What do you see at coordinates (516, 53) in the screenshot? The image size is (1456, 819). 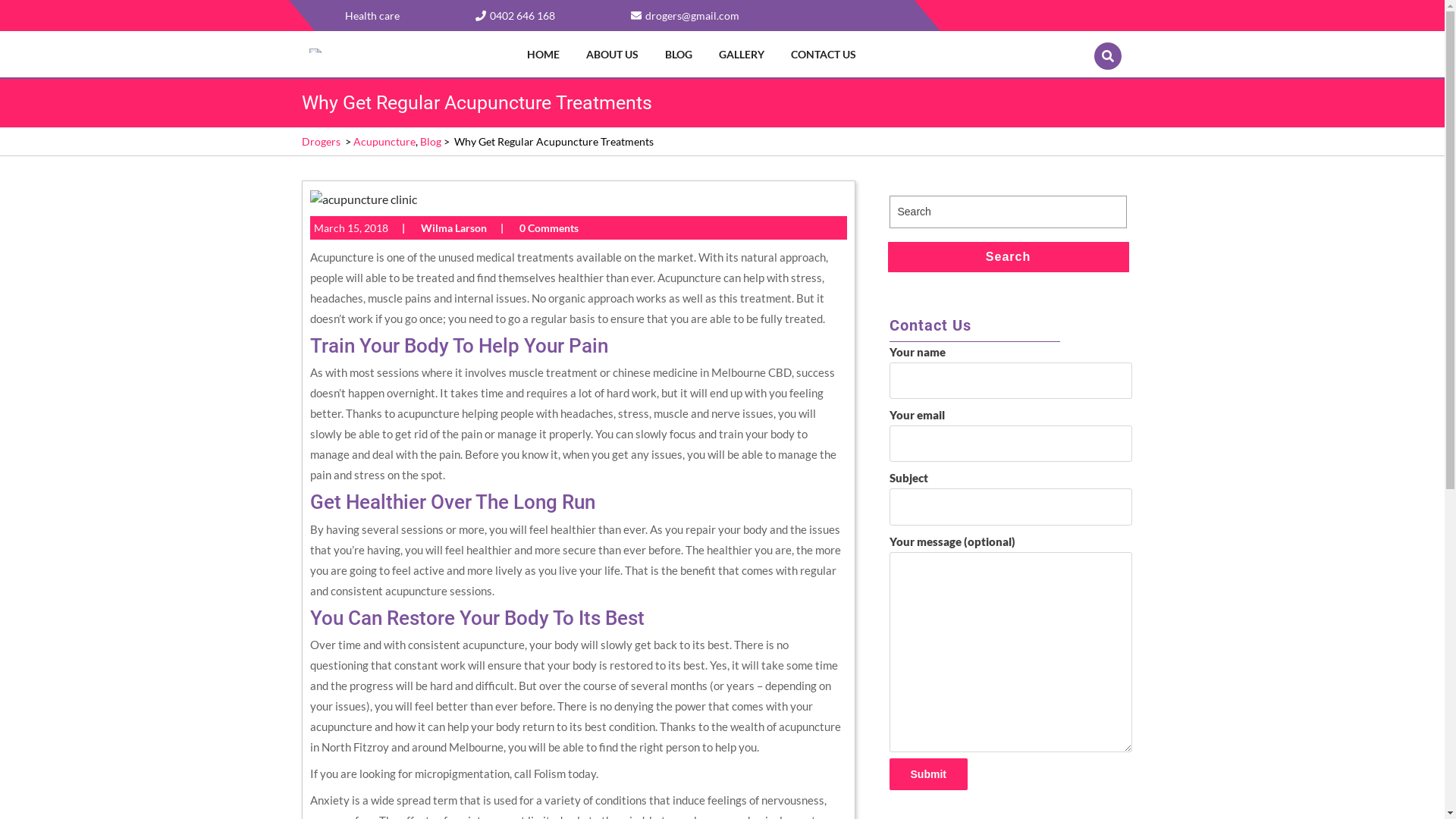 I see `'HOME'` at bounding box center [516, 53].